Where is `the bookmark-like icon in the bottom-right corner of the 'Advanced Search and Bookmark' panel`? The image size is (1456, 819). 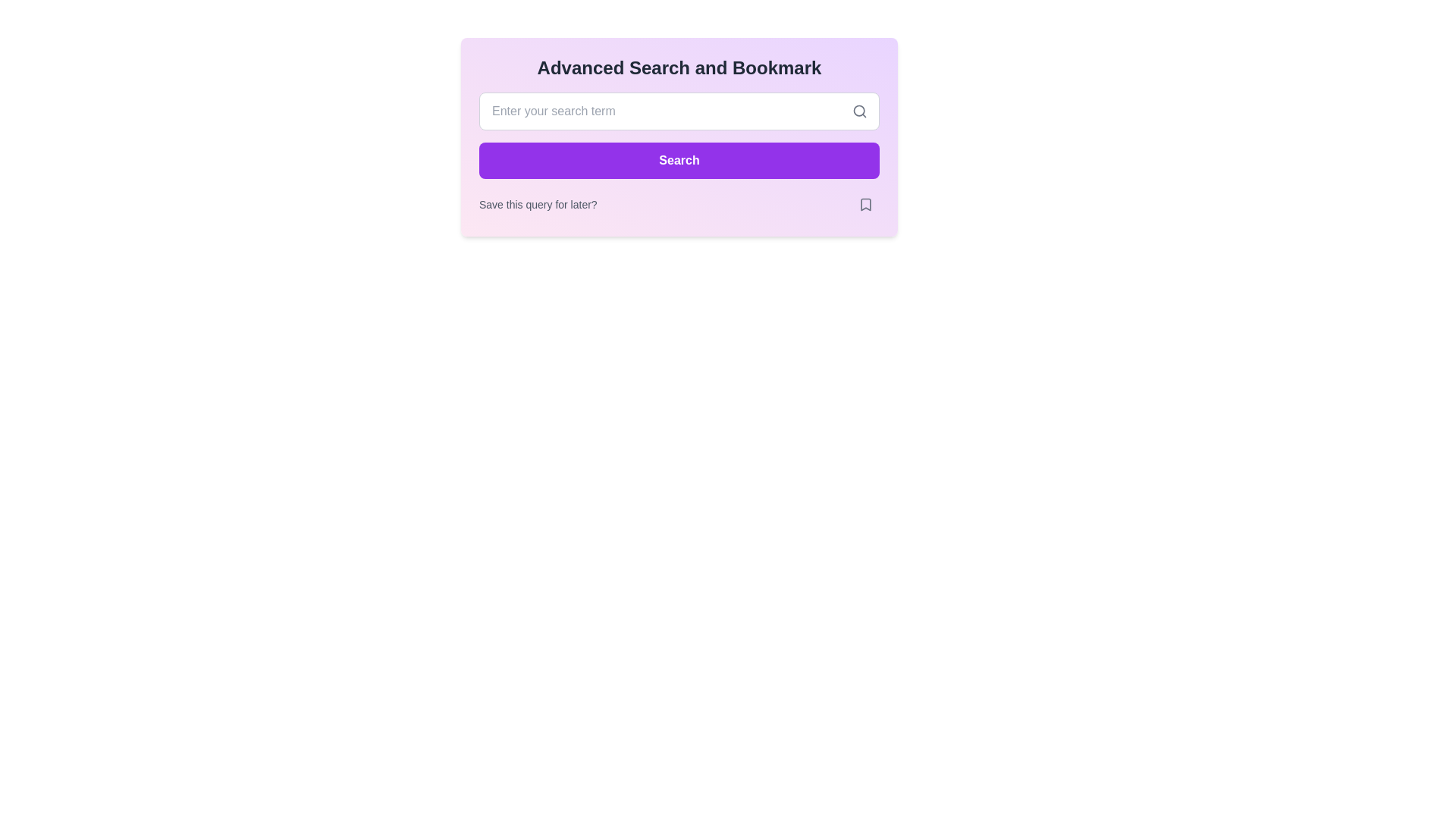 the bookmark-like icon in the bottom-right corner of the 'Advanced Search and Bookmark' panel is located at coordinates (866, 205).